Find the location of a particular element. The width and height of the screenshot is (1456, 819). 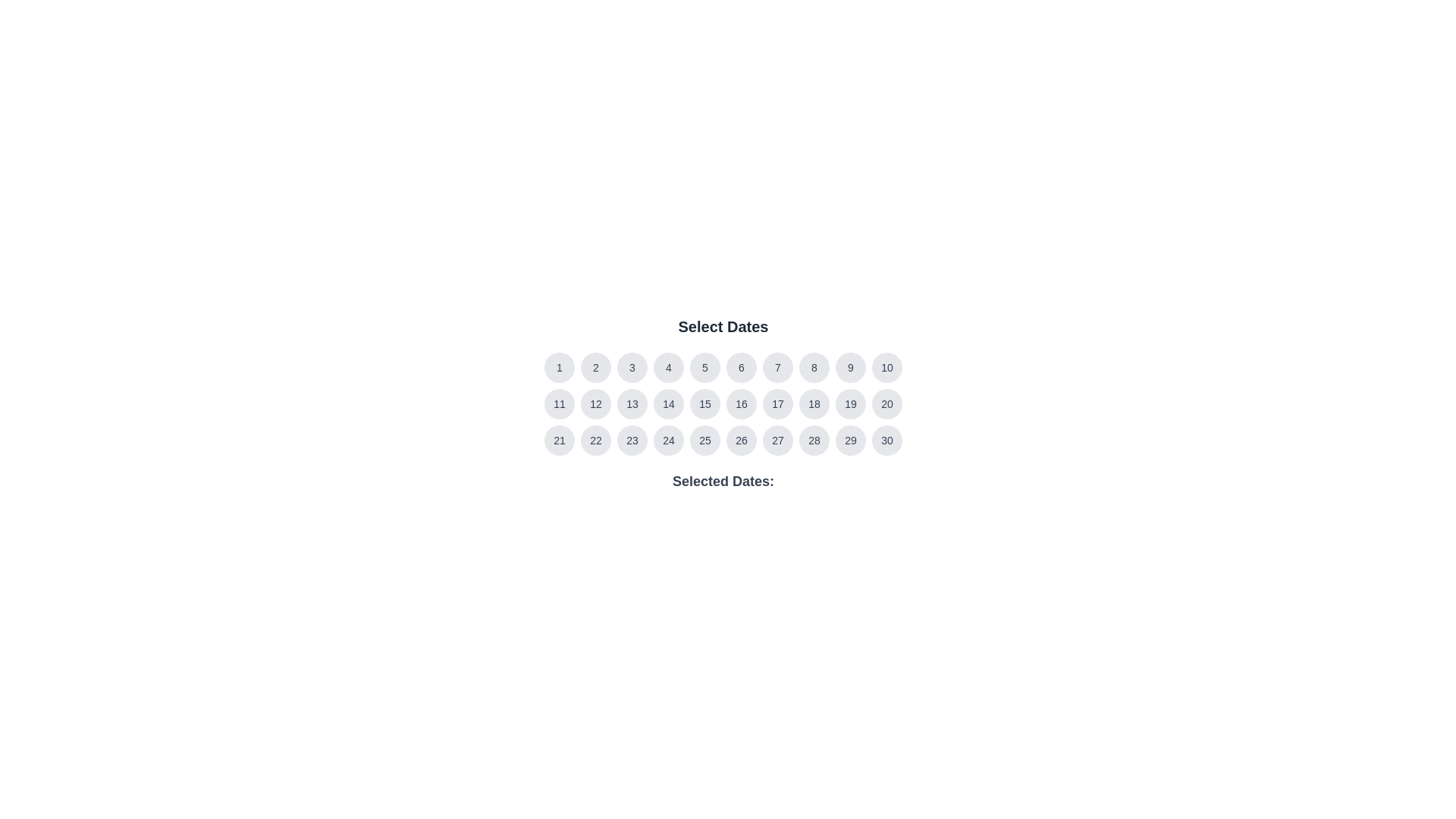

the circular button labeled '24' with a light gray background is located at coordinates (668, 441).